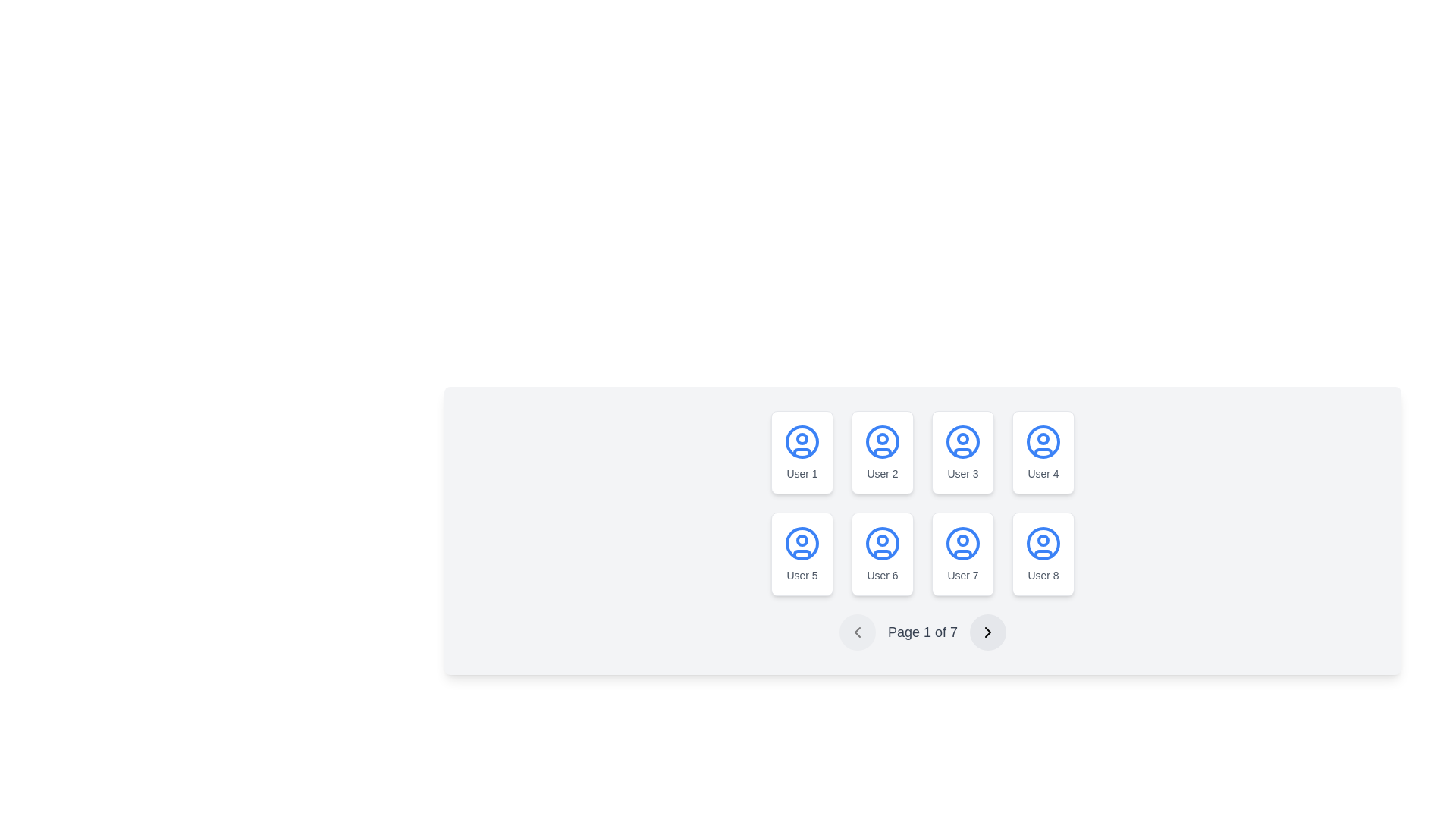 This screenshot has width=1456, height=819. Describe the element at coordinates (962, 451) in the screenshot. I see `the bottom semicircular arc of the user profile icon for 'User 3'` at that location.